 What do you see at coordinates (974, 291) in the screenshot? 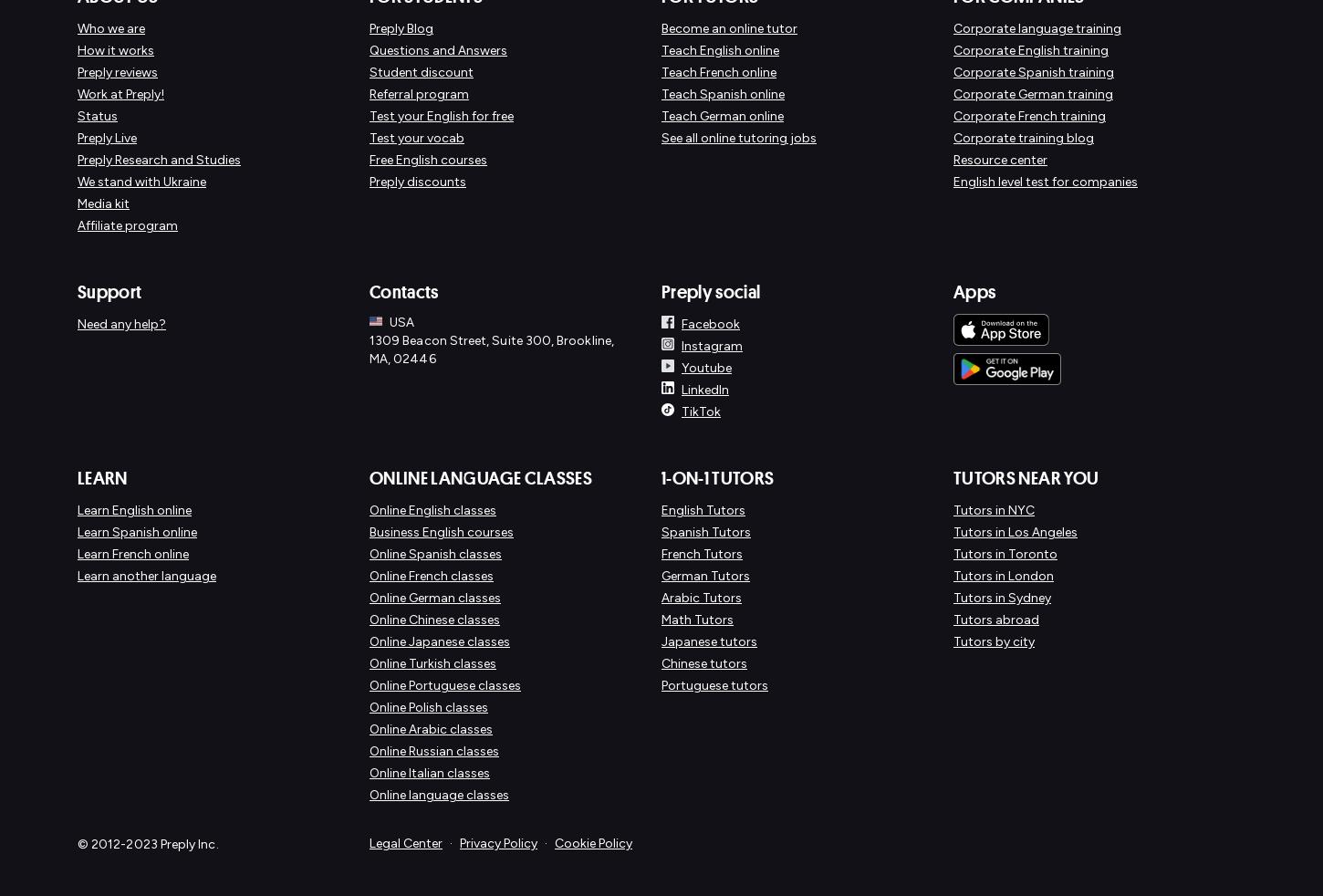
I see `'Apps'` at bounding box center [974, 291].